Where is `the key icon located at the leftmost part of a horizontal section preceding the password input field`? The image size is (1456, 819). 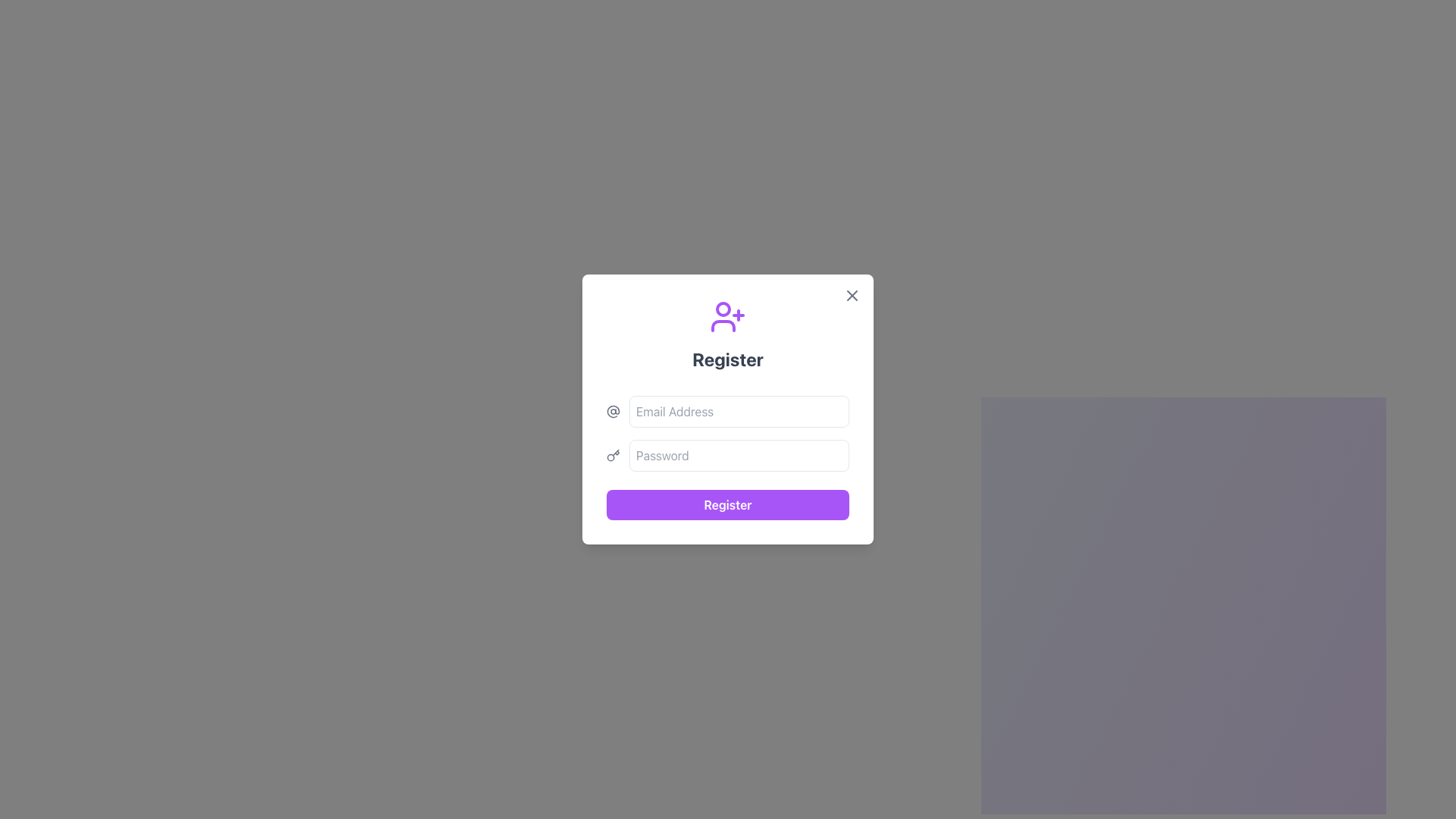 the key icon located at the leftmost part of a horizontal section preceding the password input field is located at coordinates (613, 455).